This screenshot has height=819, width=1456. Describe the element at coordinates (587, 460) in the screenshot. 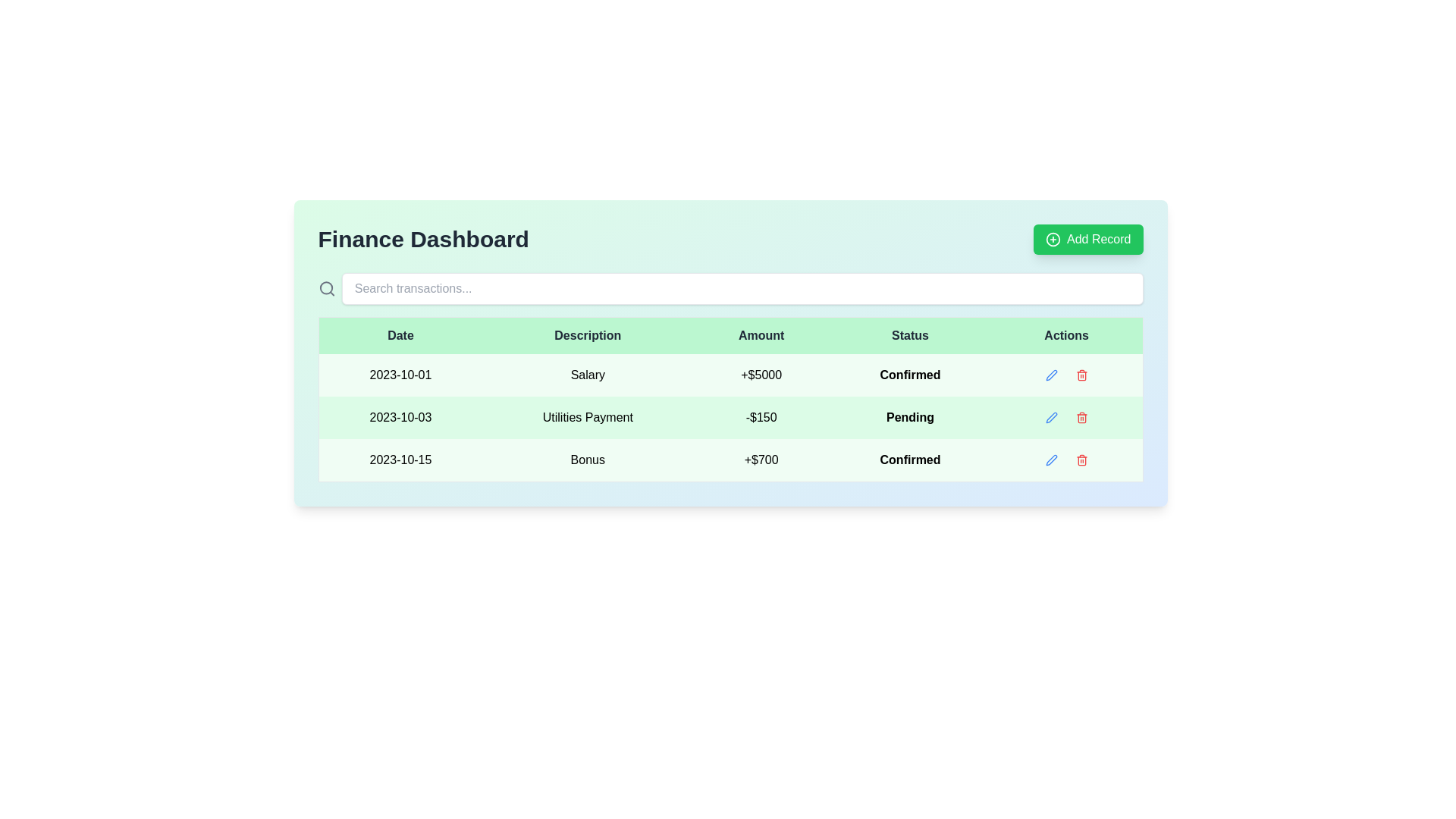

I see `the table cell in the third row under the 'Description' column that contains the transaction descriptor, located between '2023-10-15' and '+$700'` at that location.